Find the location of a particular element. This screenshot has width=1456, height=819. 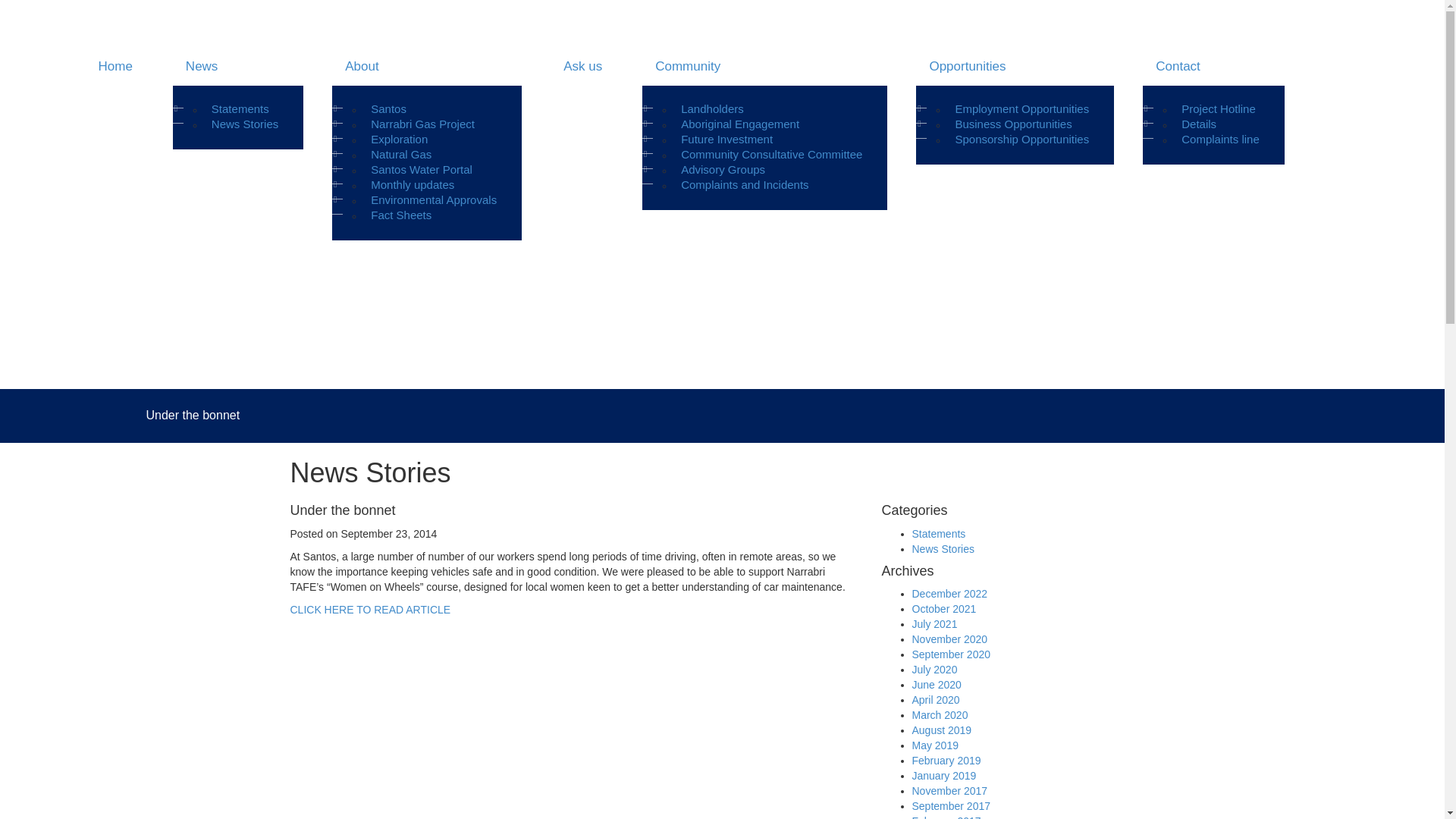

'Employment Opportunities' is located at coordinates (946, 108).